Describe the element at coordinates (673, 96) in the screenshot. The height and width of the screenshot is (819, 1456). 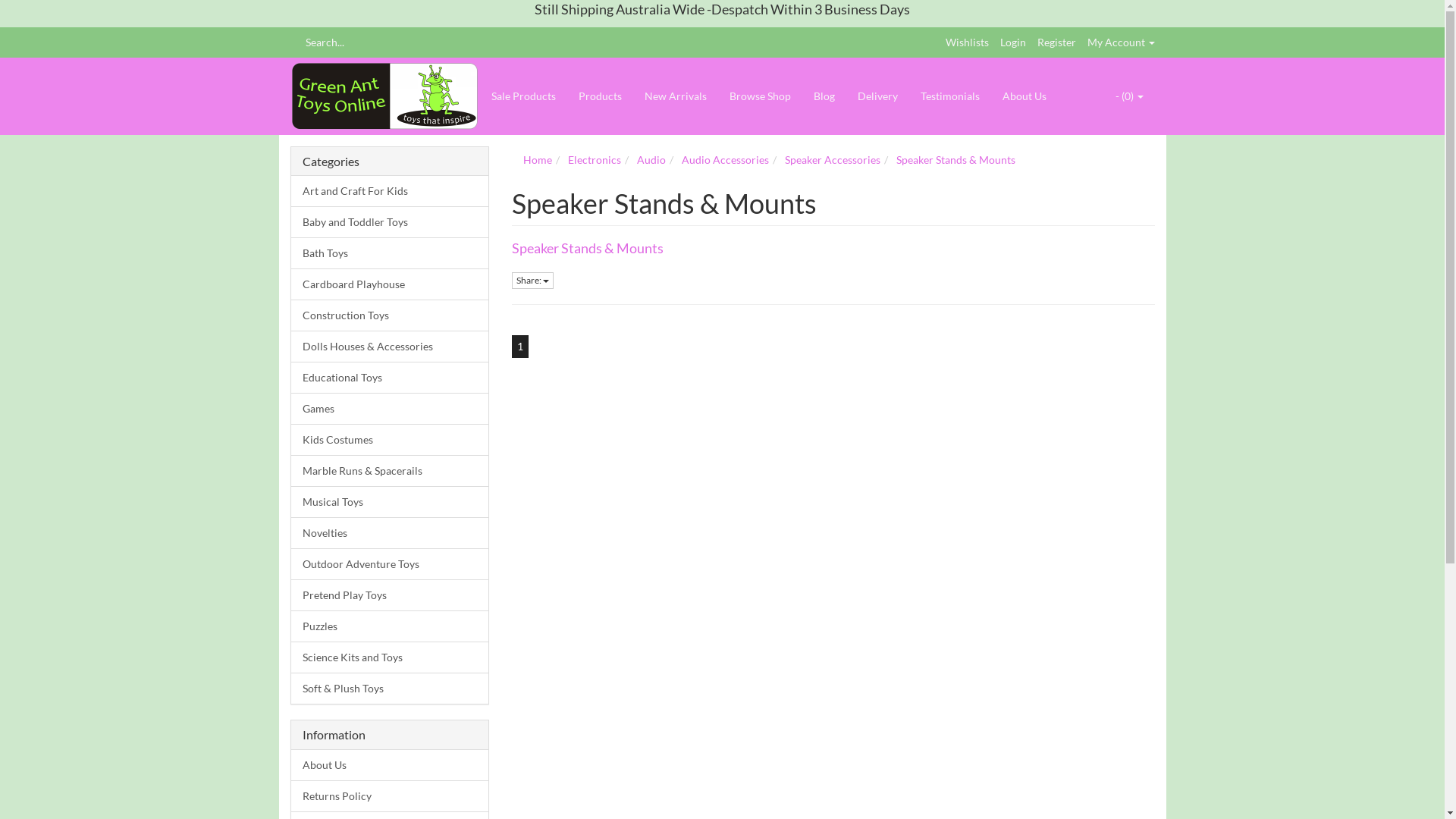
I see `'New Arrivals'` at that location.